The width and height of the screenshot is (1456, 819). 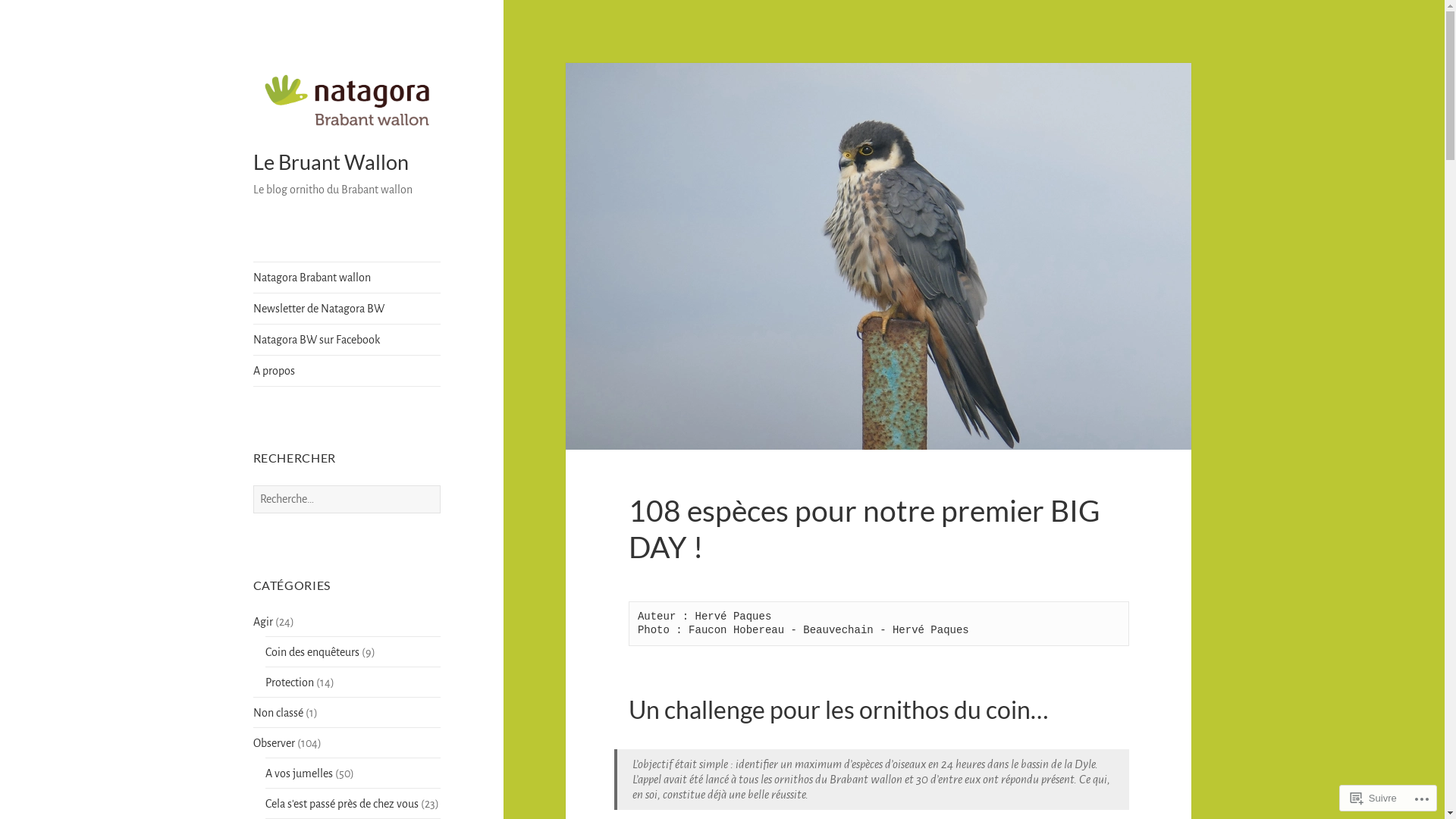 What do you see at coordinates (1373, 797) in the screenshot?
I see `'Suivre'` at bounding box center [1373, 797].